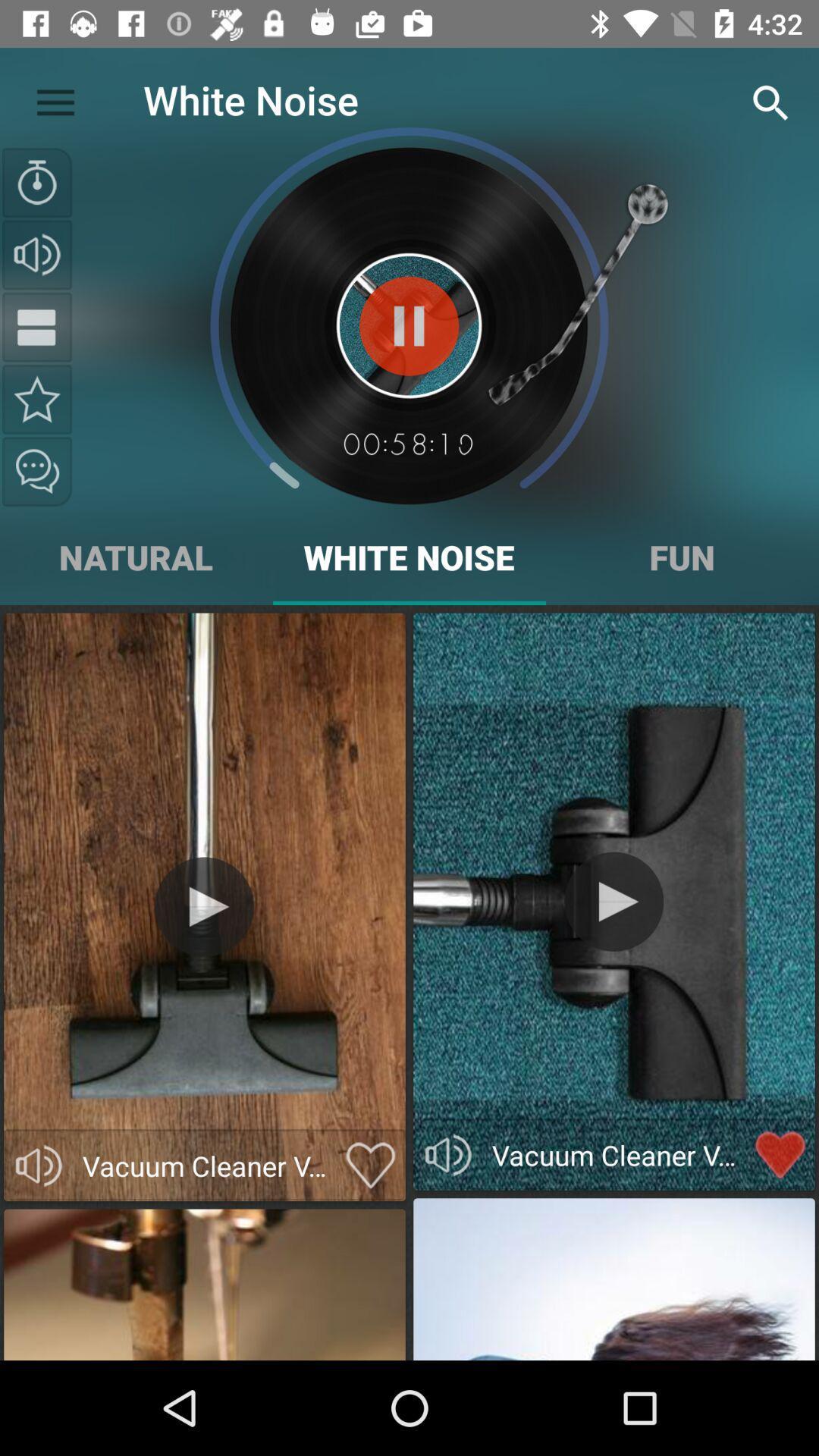  I want to click on turn sound on/off, so click(447, 1154).